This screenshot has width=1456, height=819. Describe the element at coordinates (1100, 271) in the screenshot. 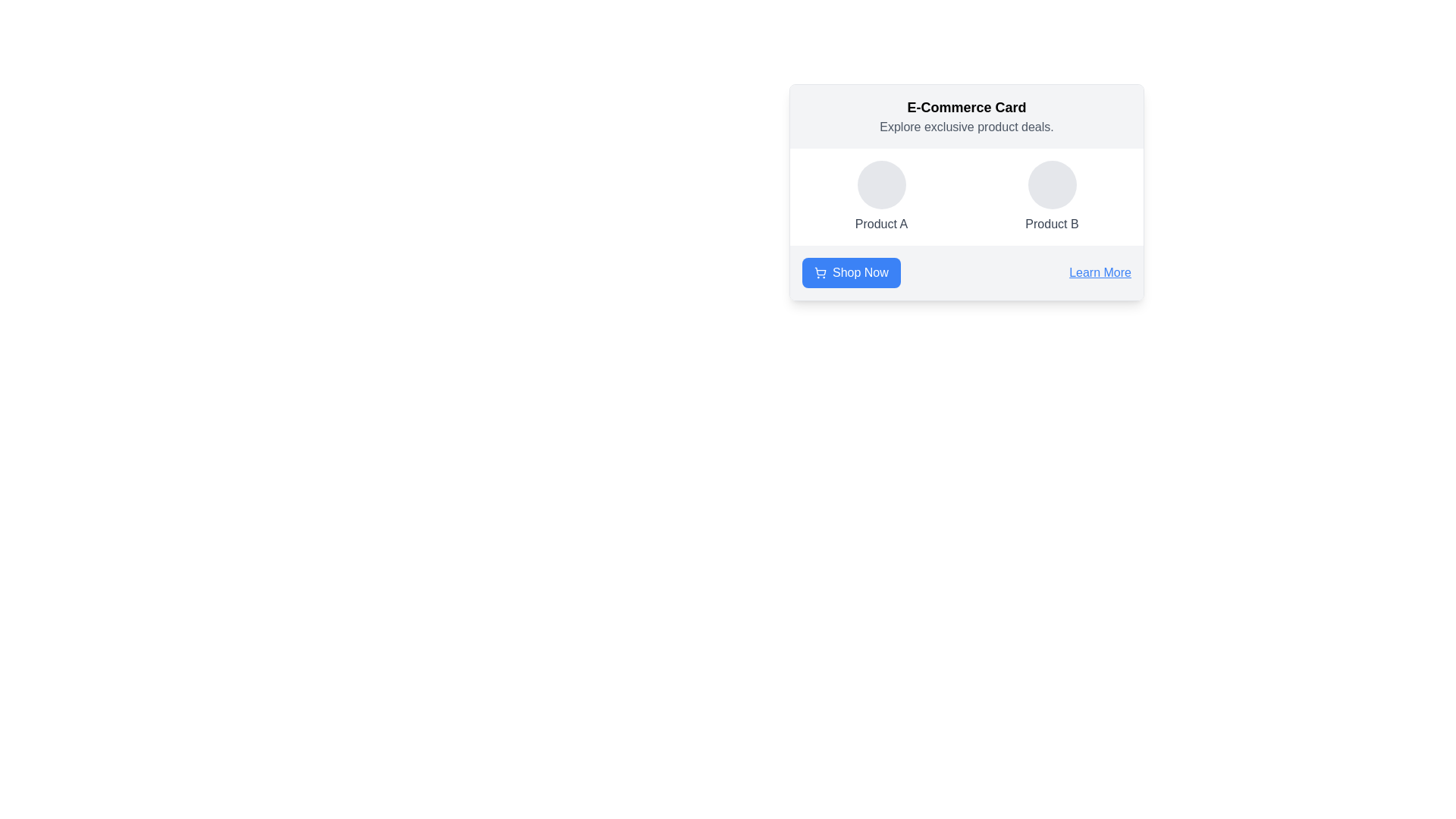

I see `the 'Learn More' hyperlink styled in blue color and underlined, located at the bottom right corner of the e-commerce features section` at that location.